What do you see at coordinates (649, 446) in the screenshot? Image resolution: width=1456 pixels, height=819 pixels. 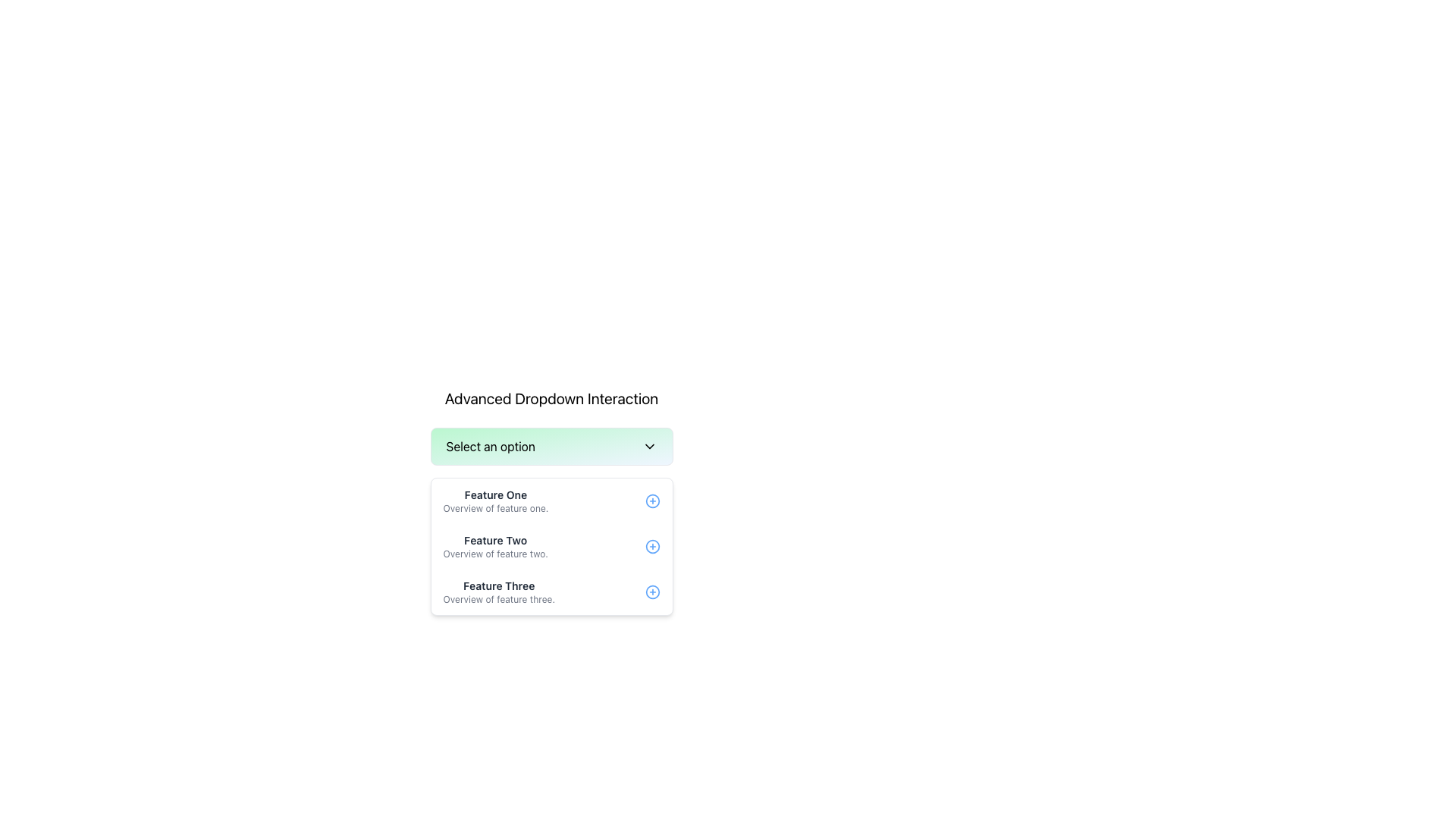 I see `the downward-pointing chevron icon located at the rightmost end of the 'Select an option' bar` at bounding box center [649, 446].